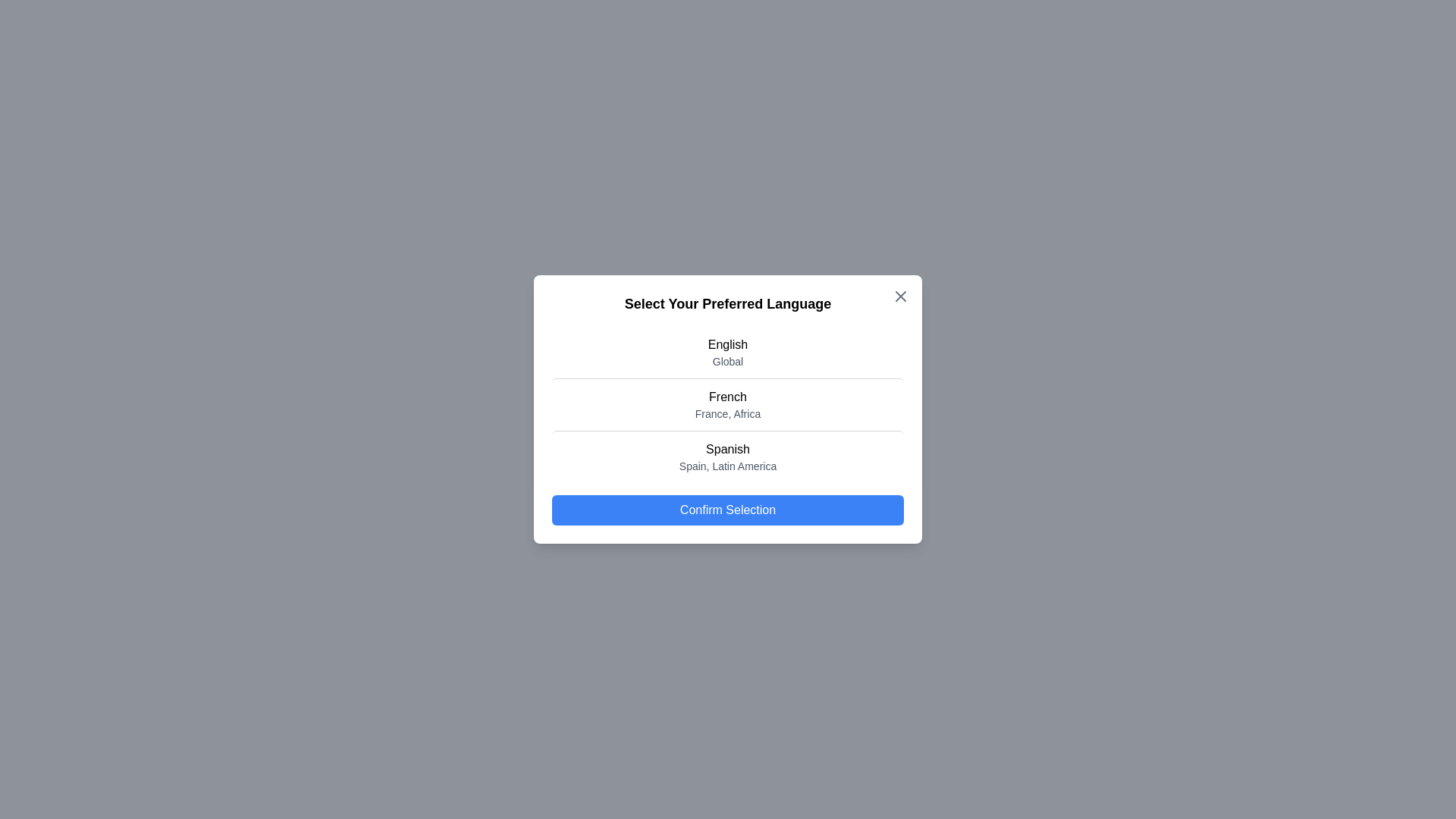  Describe the element at coordinates (728, 456) in the screenshot. I see `the language Spanish from the list` at that location.